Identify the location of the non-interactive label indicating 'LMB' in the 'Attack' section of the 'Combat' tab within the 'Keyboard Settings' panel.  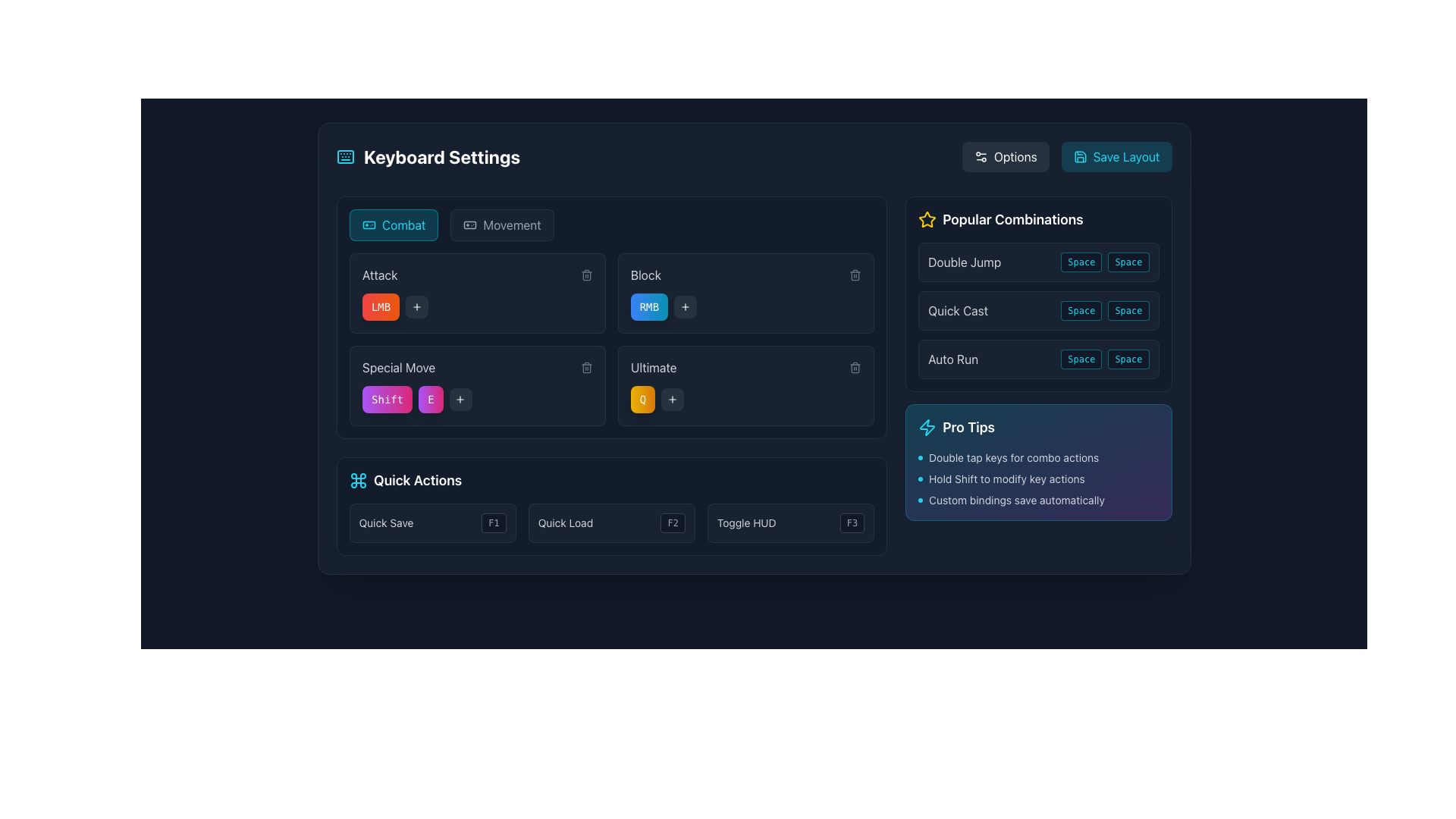
(381, 307).